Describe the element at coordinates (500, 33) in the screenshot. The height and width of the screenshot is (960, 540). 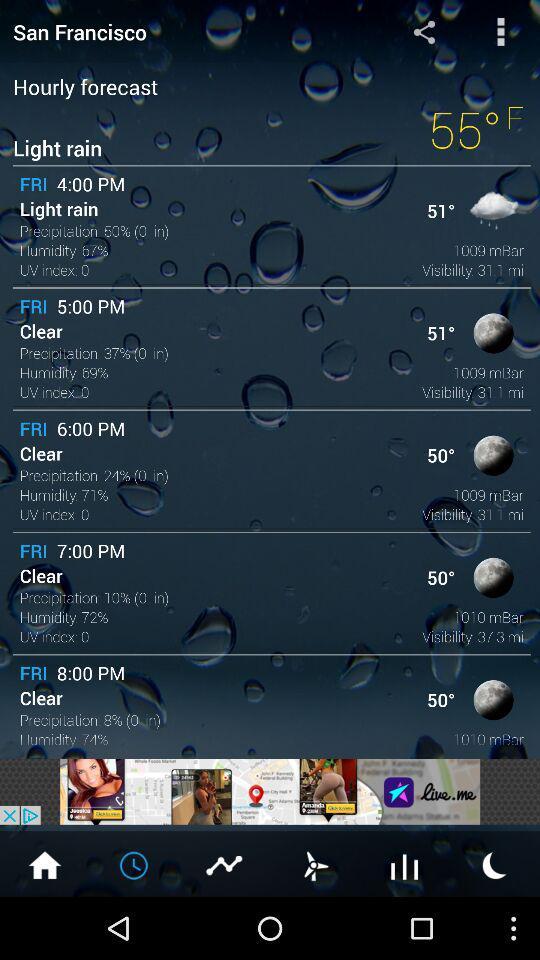
I see `the more icon` at that location.